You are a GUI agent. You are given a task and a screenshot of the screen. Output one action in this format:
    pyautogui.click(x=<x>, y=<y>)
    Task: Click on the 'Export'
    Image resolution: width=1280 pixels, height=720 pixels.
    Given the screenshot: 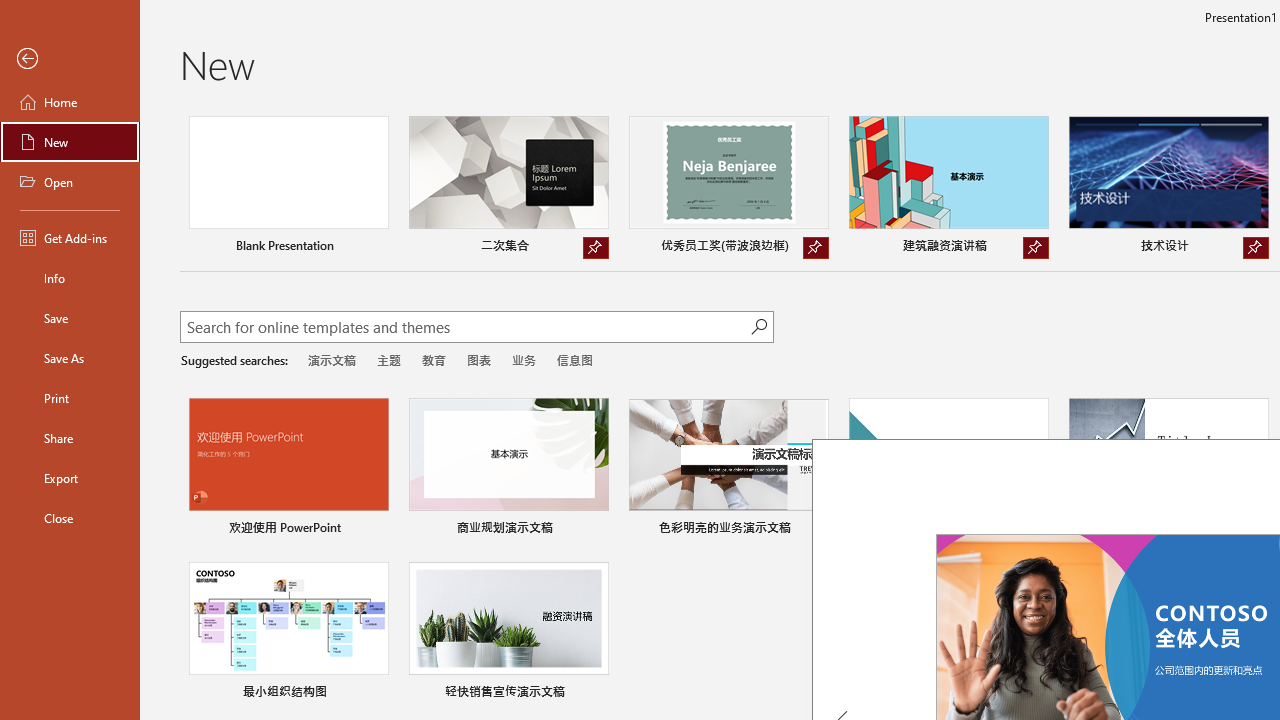 What is the action you would take?
    pyautogui.click(x=69, y=478)
    